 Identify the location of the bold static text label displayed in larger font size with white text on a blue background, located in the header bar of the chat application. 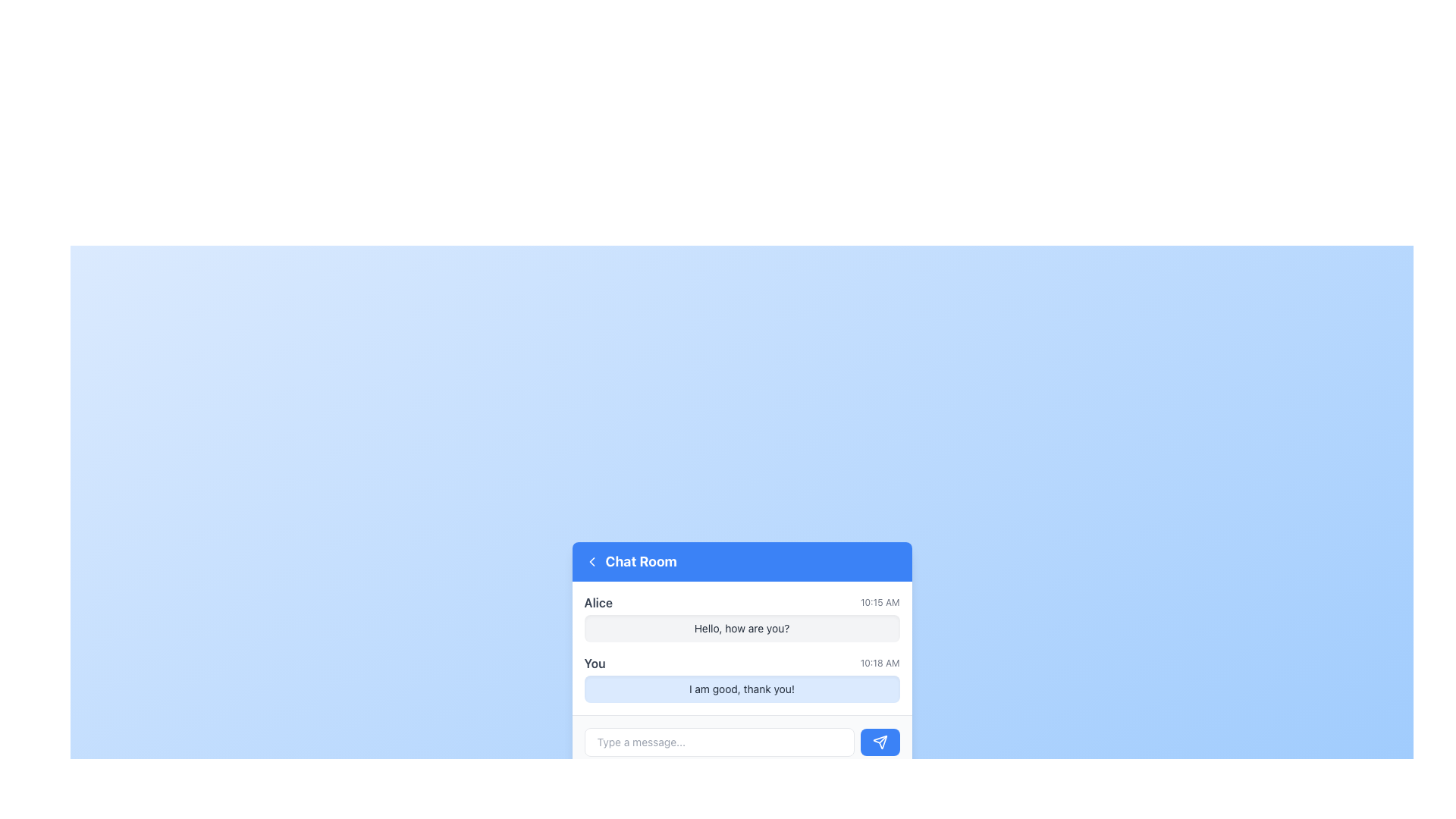
(641, 561).